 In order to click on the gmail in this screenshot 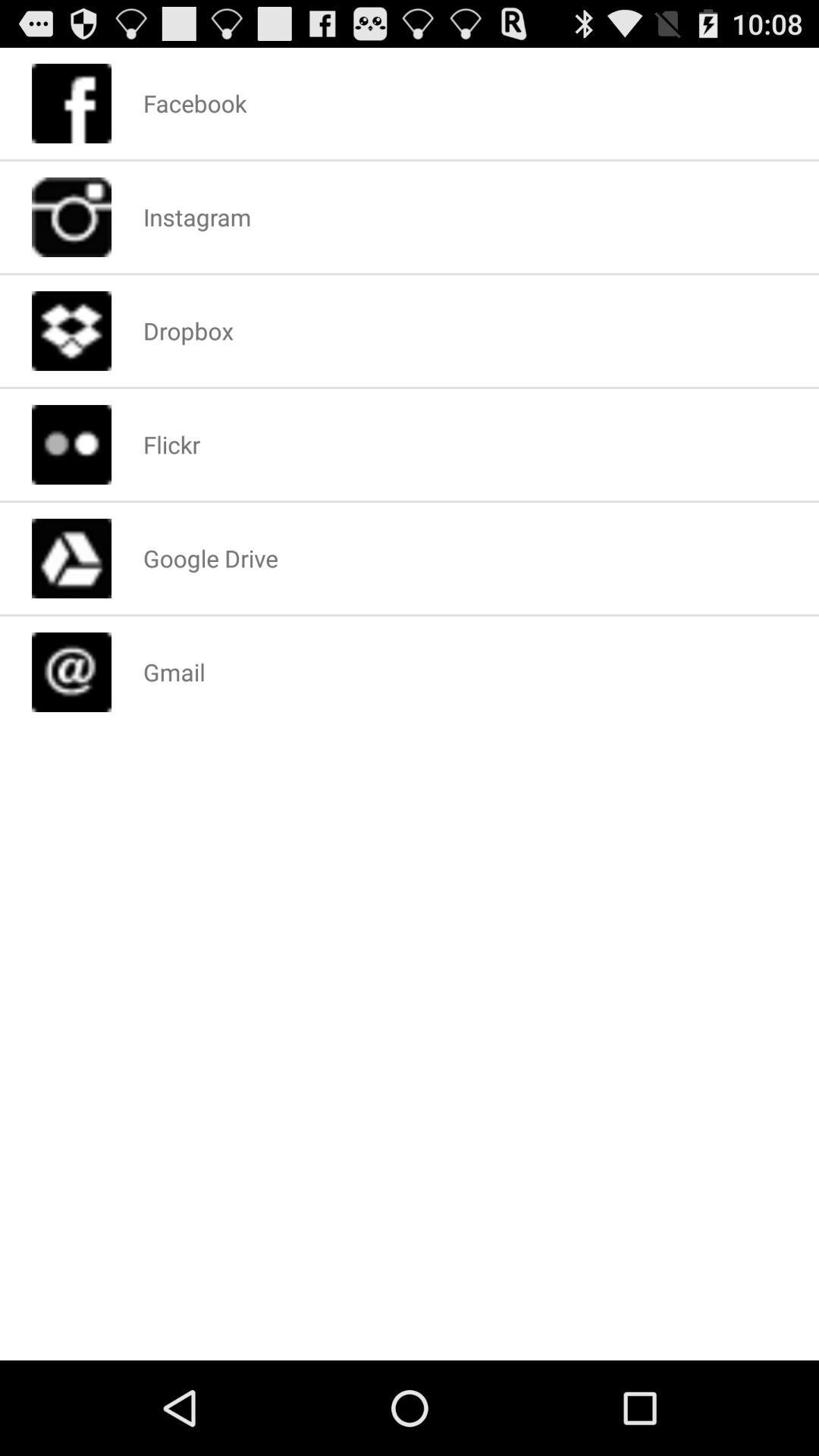, I will do `click(173, 671)`.